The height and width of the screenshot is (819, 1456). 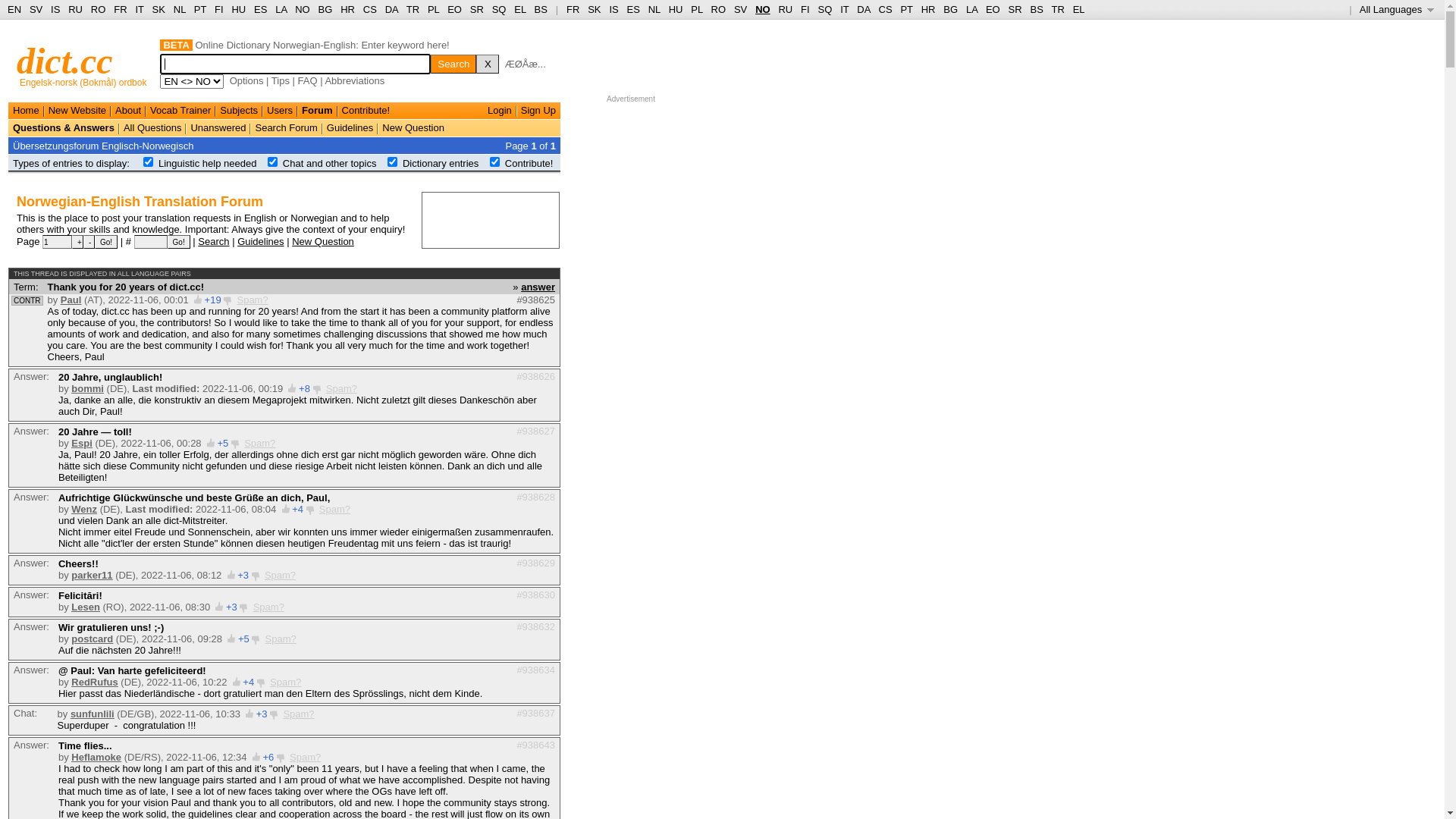 I want to click on 'BG', so click(x=318, y=9).